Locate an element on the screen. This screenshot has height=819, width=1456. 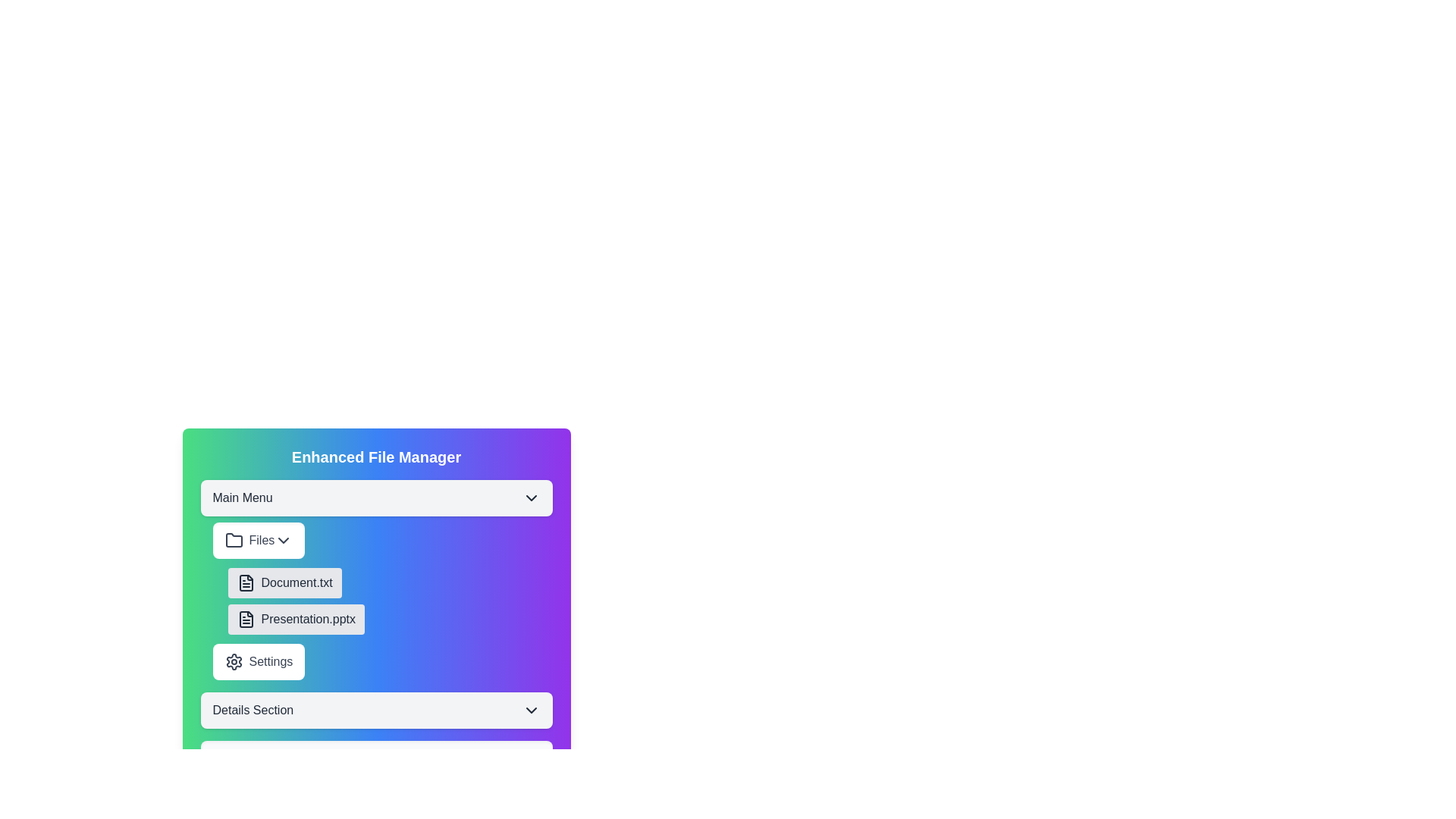
the 'Details Section' button with a light gray background and rounded edges located at the bottom of the 'Enhanced File Manager' list is located at coordinates (376, 711).